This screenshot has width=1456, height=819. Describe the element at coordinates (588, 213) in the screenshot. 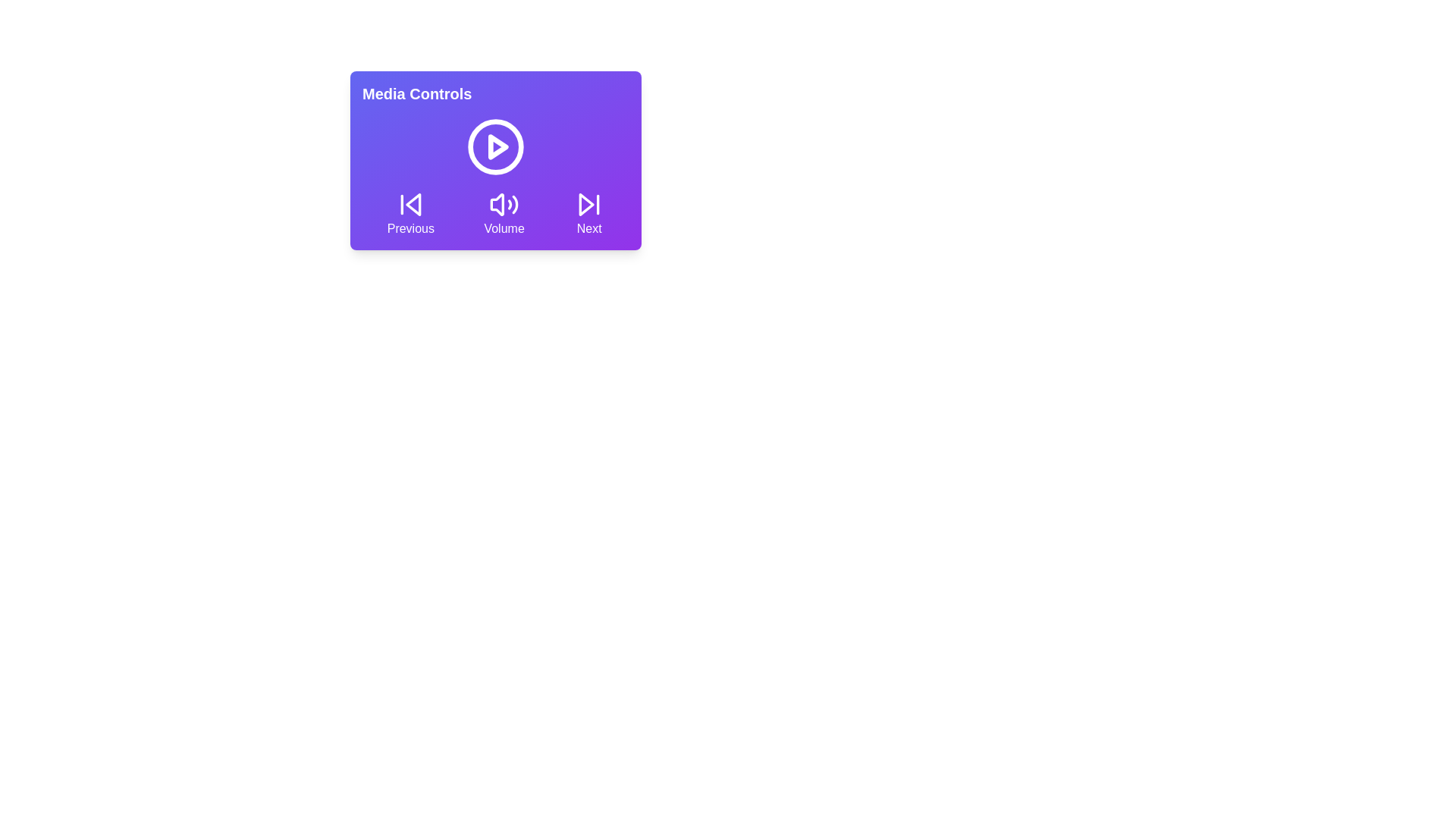

I see `the Next button to view its hover effect` at that location.